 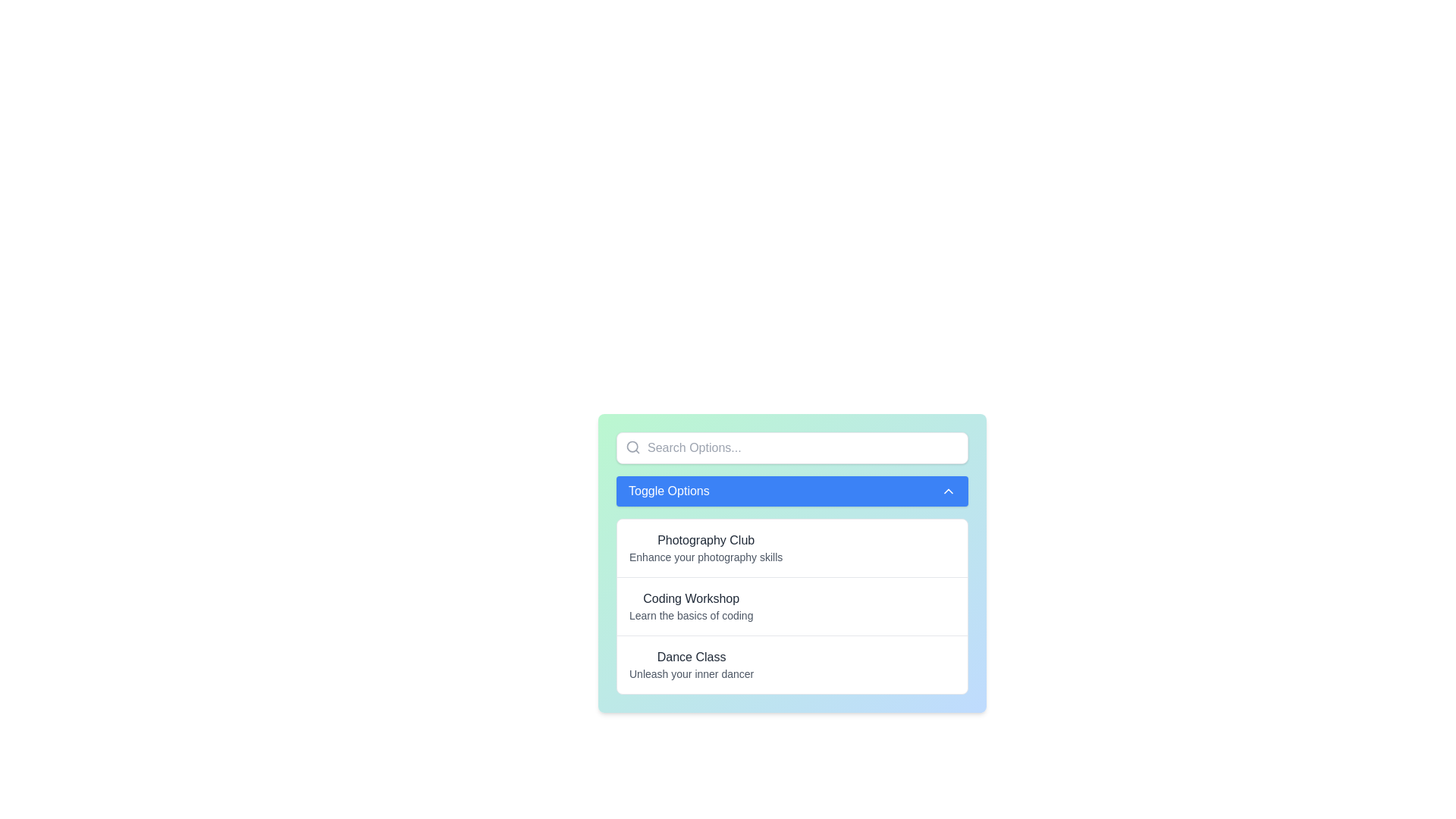 I want to click on the central circular part of the magnifying glass icon located in the top-left corner of the search bar, so click(x=632, y=446).